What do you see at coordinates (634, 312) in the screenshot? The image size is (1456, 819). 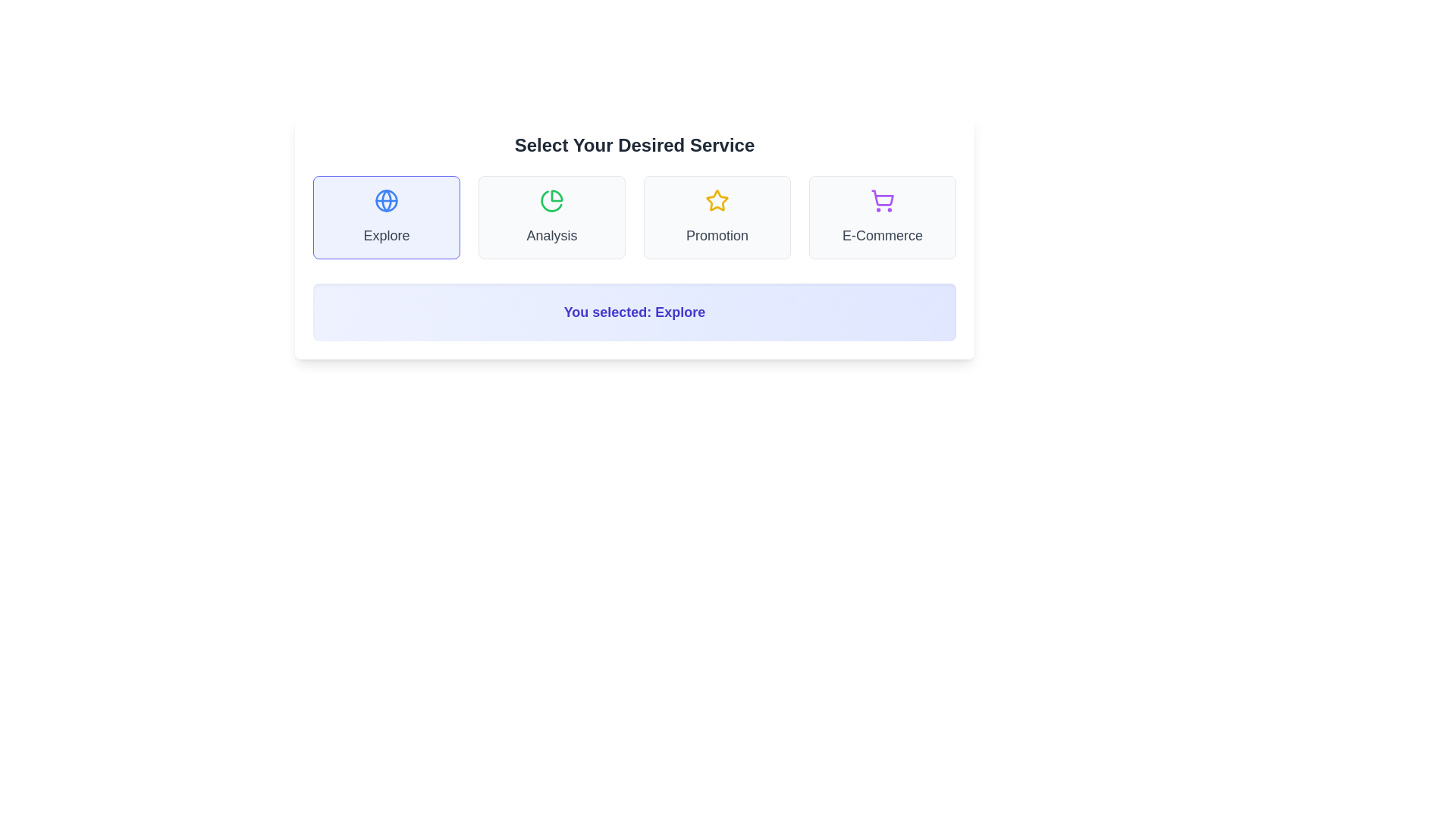 I see `the Text Display Box that confirms the selection of the 'Explore' option, located below 'Select Your Desired Service'` at bounding box center [634, 312].